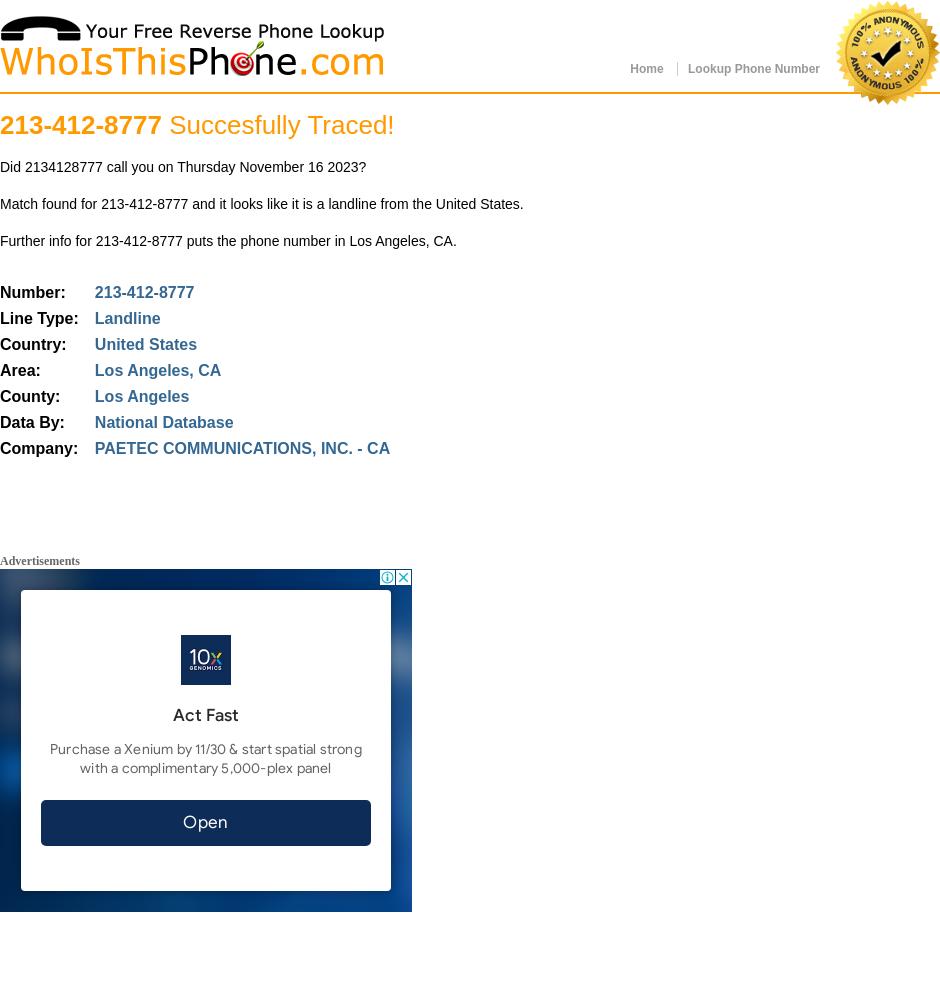  I want to click on 'Line Type:', so click(39, 317).